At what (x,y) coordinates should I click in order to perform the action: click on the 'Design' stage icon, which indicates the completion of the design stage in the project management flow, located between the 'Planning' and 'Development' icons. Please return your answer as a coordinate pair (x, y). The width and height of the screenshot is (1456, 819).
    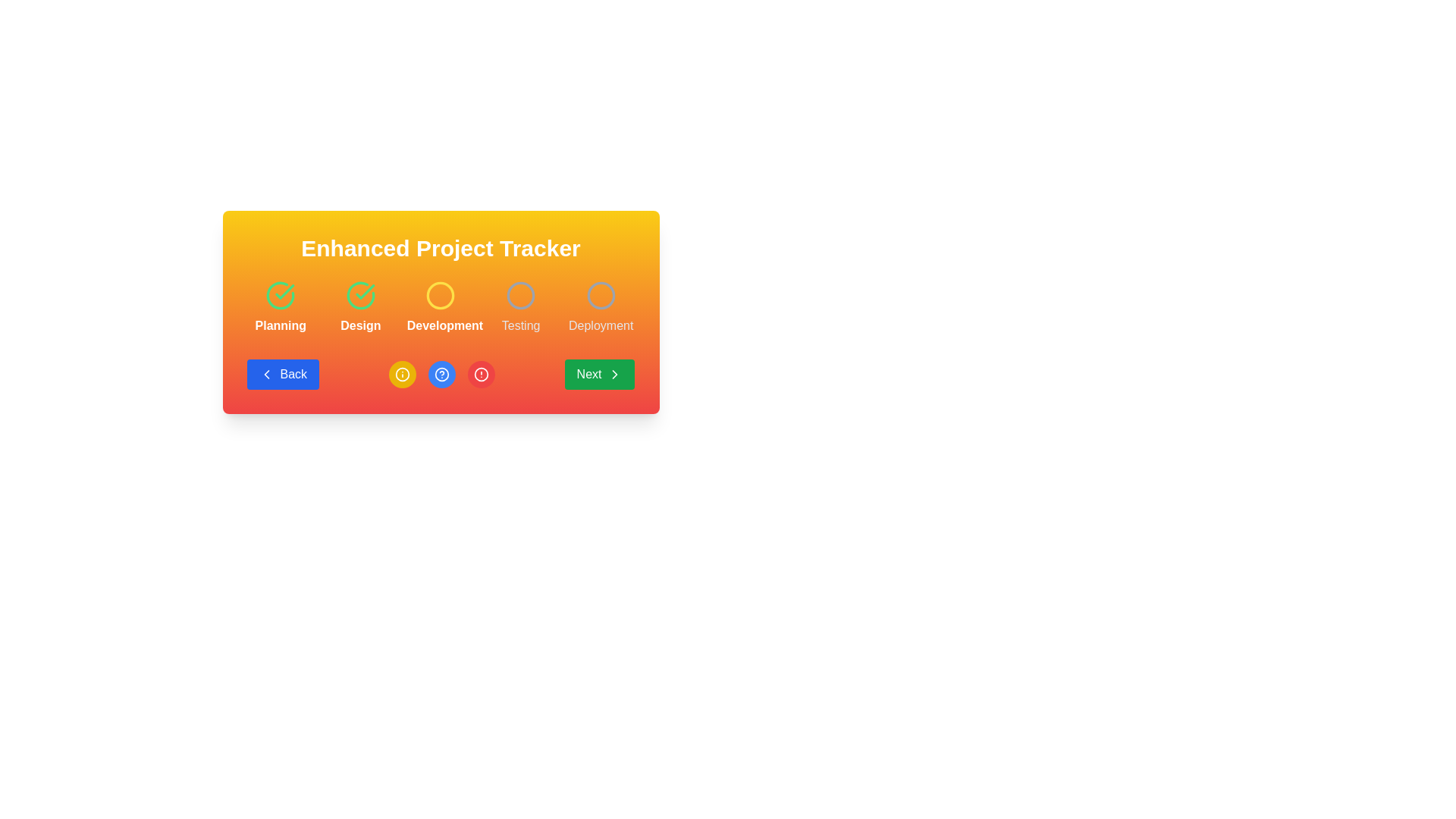
    Looking at the image, I should click on (359, 295).